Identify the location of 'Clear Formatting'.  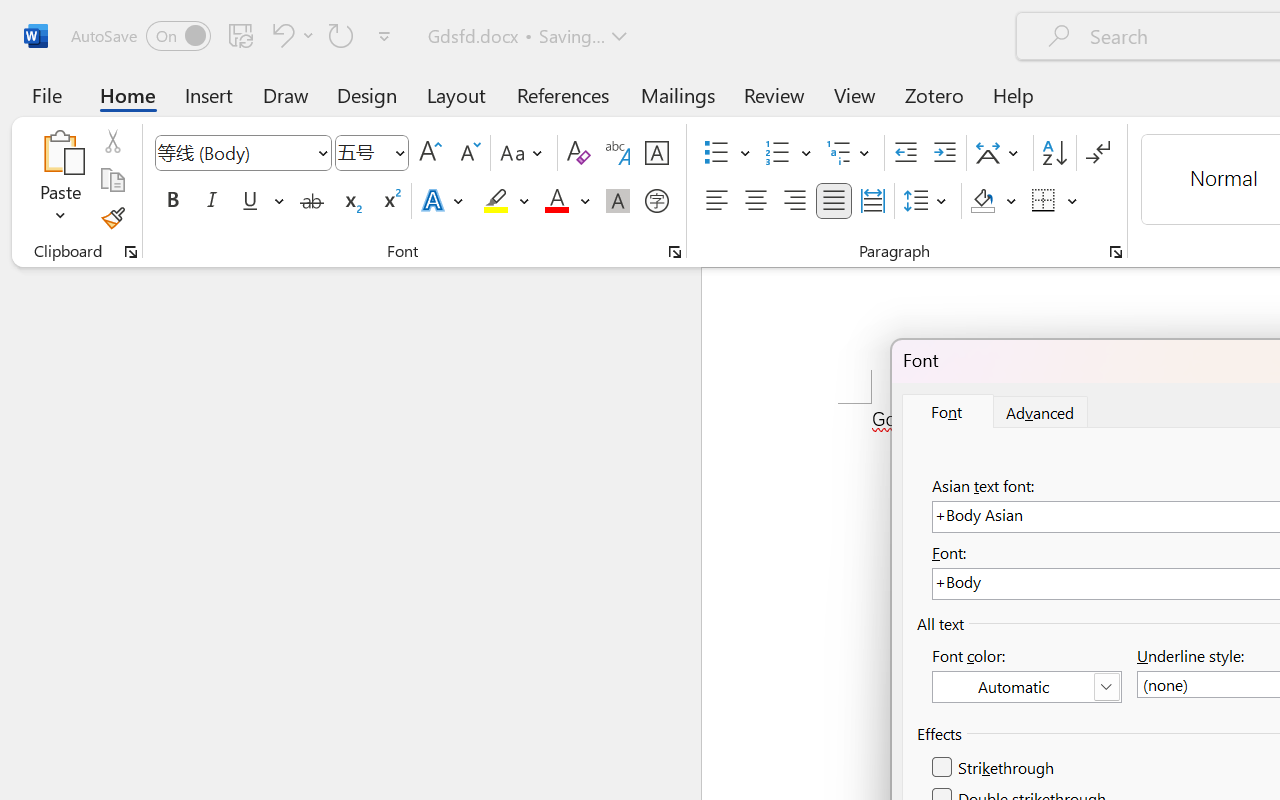
(577, 153).